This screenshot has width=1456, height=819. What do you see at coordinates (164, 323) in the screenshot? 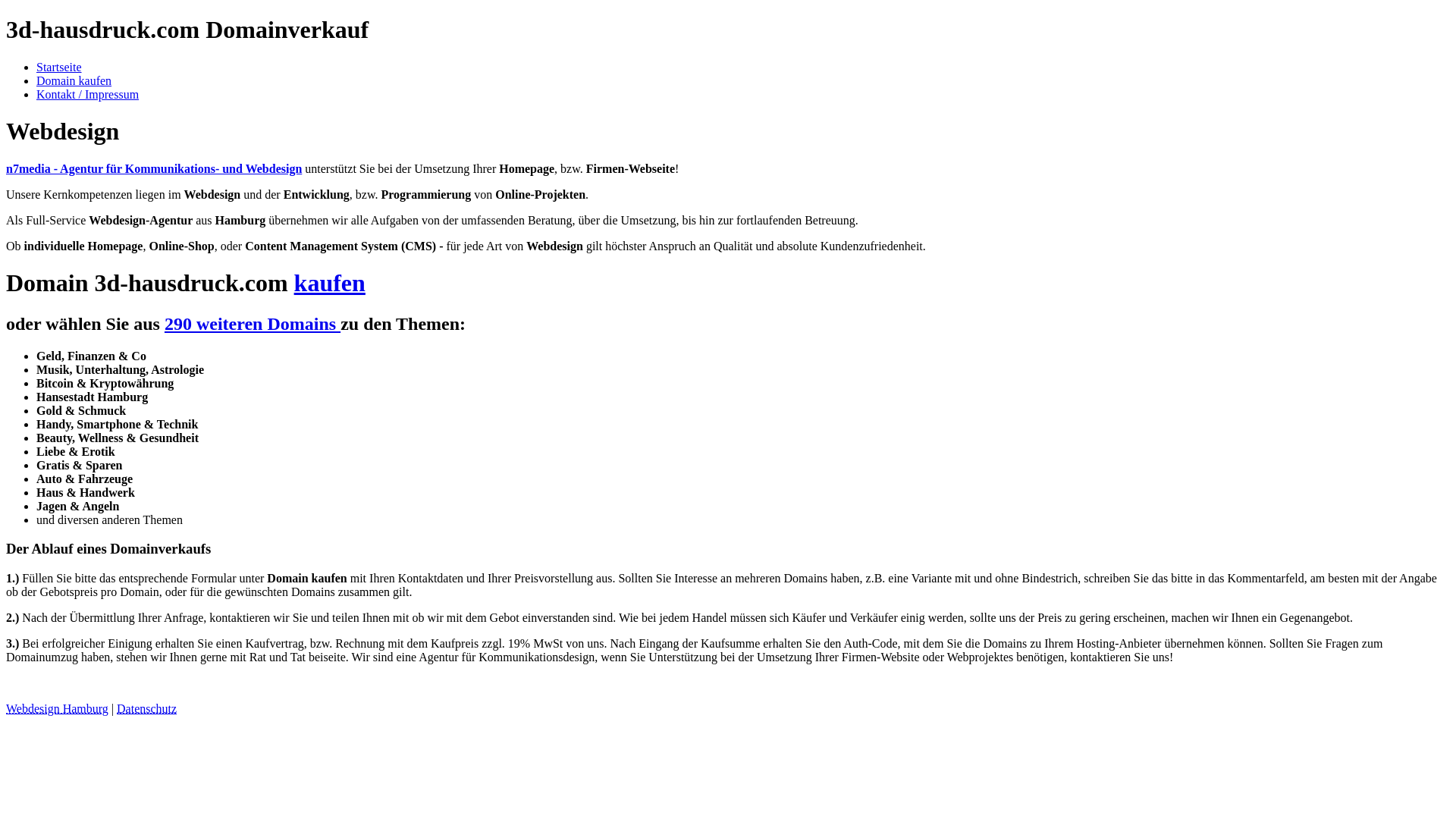
I see `'290 weiteren Domains'` at bounding box center [164, 323].